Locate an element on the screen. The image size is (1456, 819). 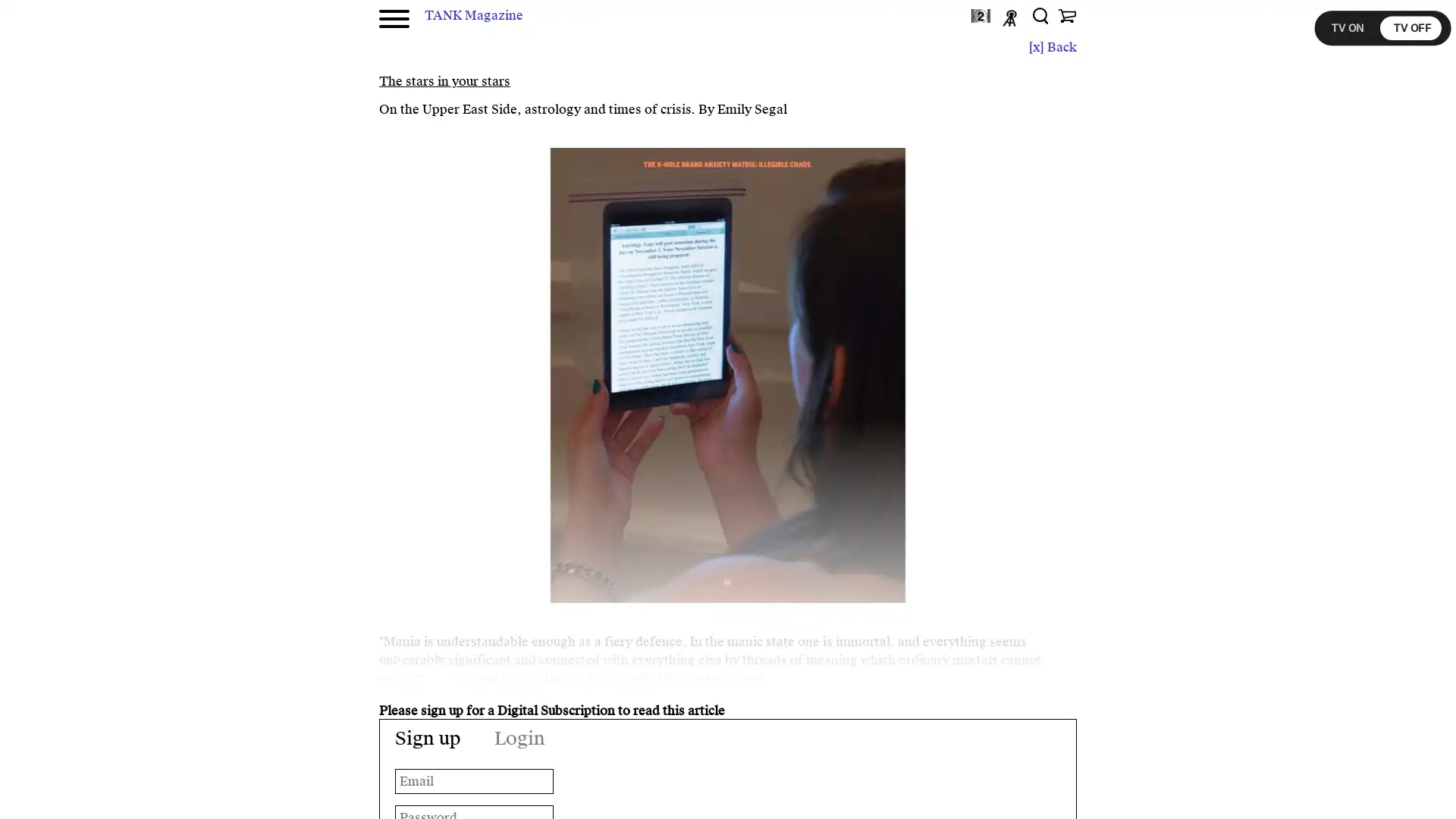
Podcast is located at coordinates (1012, 15).